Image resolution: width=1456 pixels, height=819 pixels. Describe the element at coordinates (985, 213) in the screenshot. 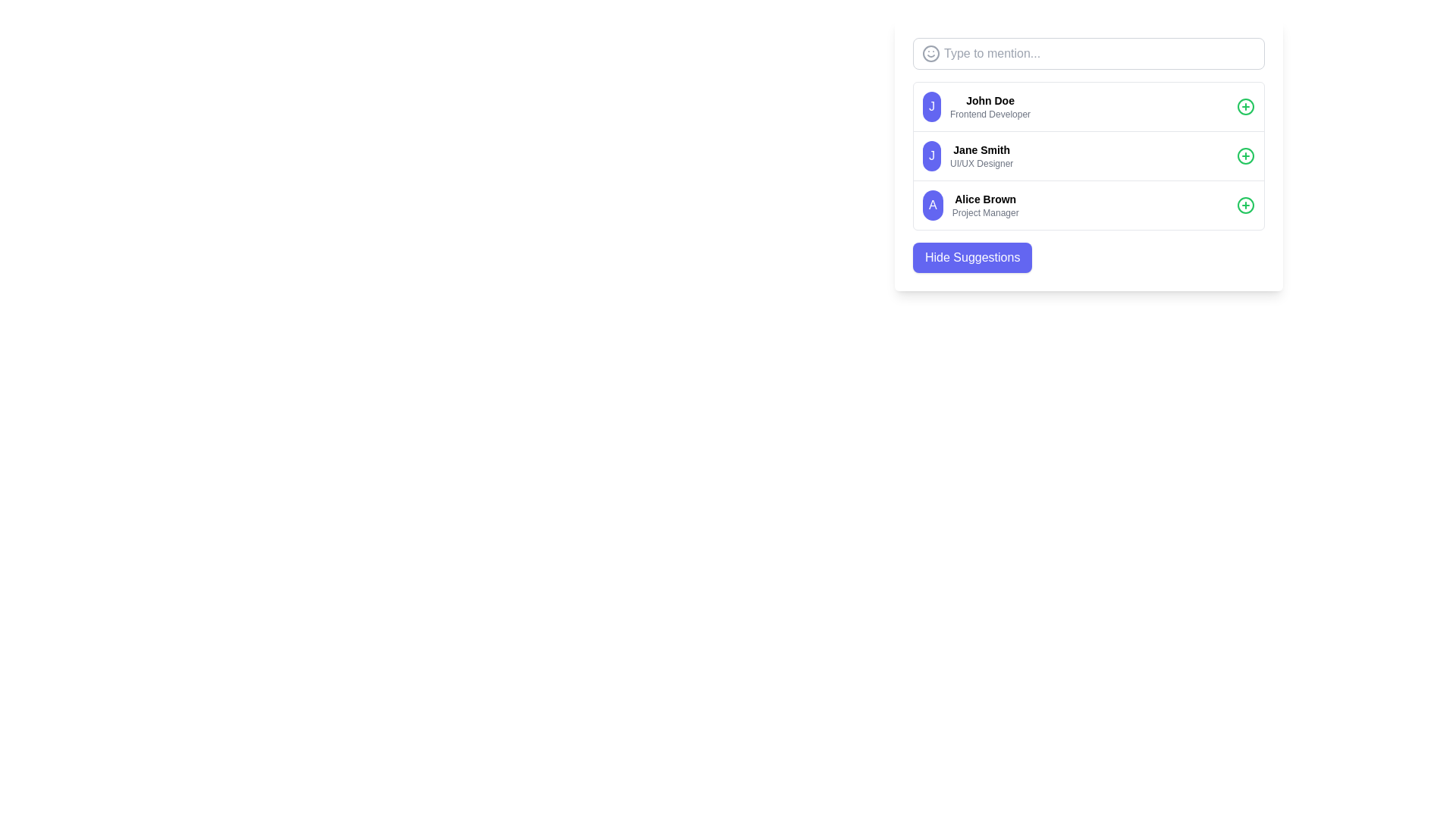

I see `the Text label providing additional context for 'Alice Brown', which is located directly below the name in the suggestion list` at that location.